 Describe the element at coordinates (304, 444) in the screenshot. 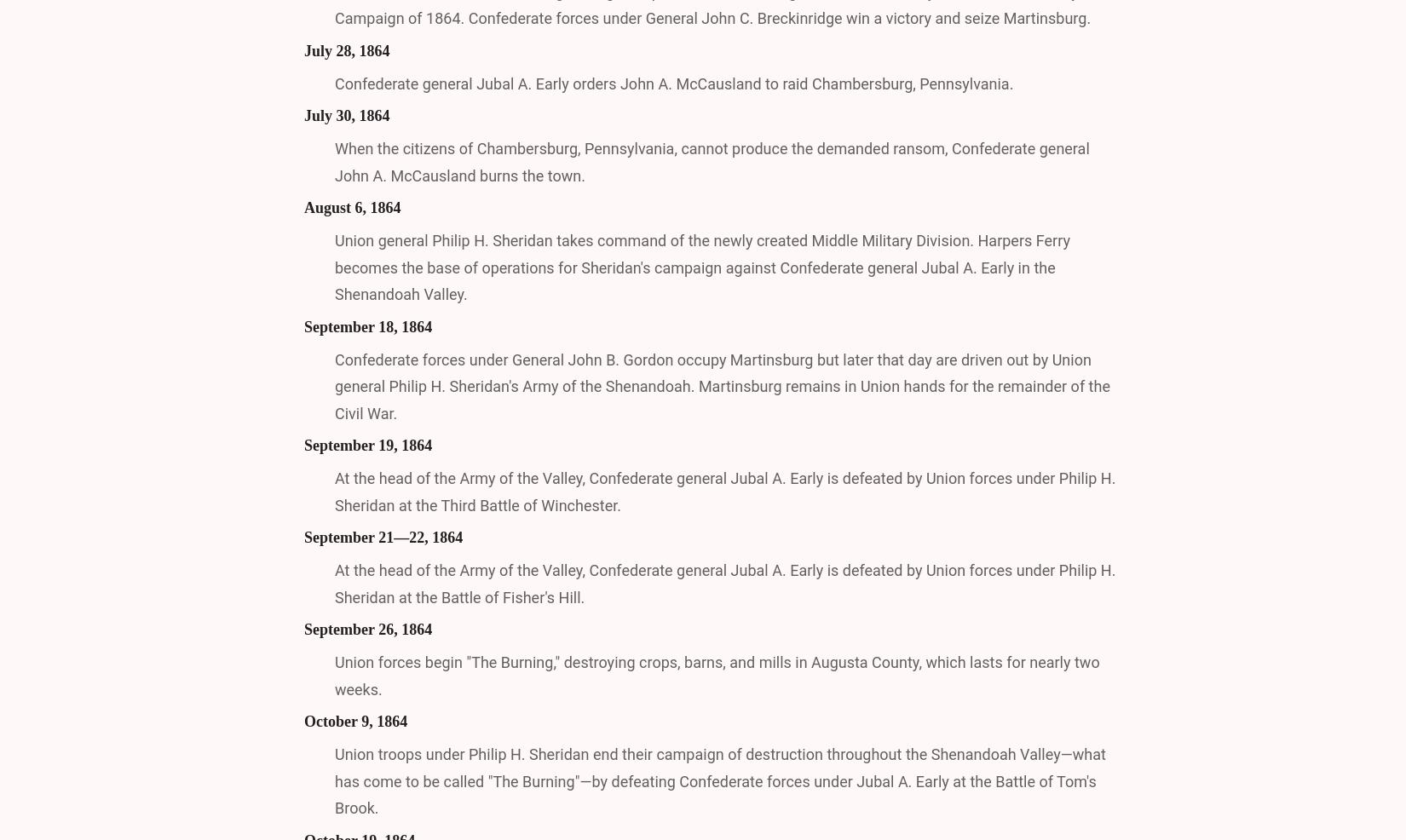

I see `'September 19, 1864'` at that location.